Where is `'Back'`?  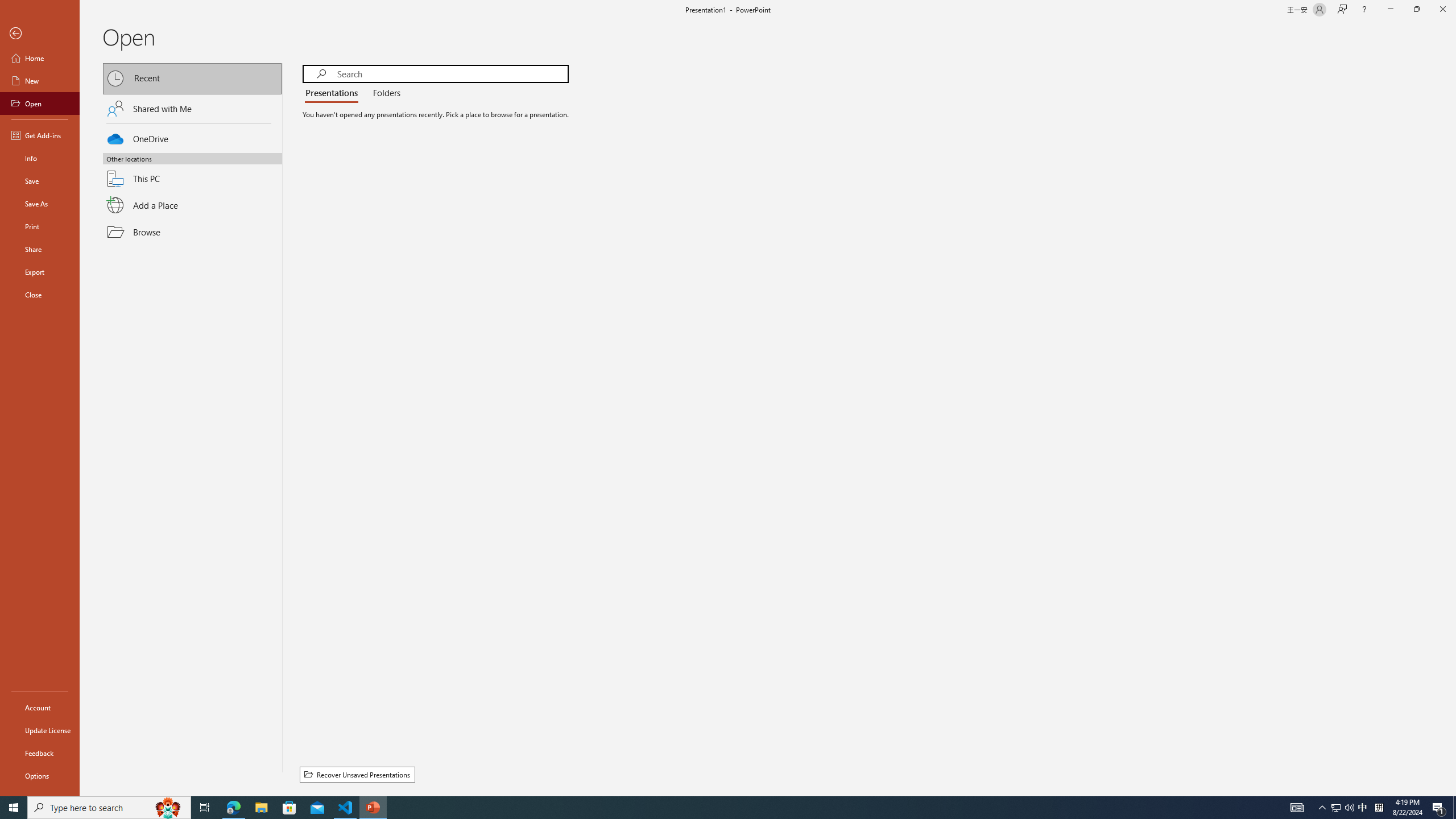 'Back' is located at coordinates (39, 33).